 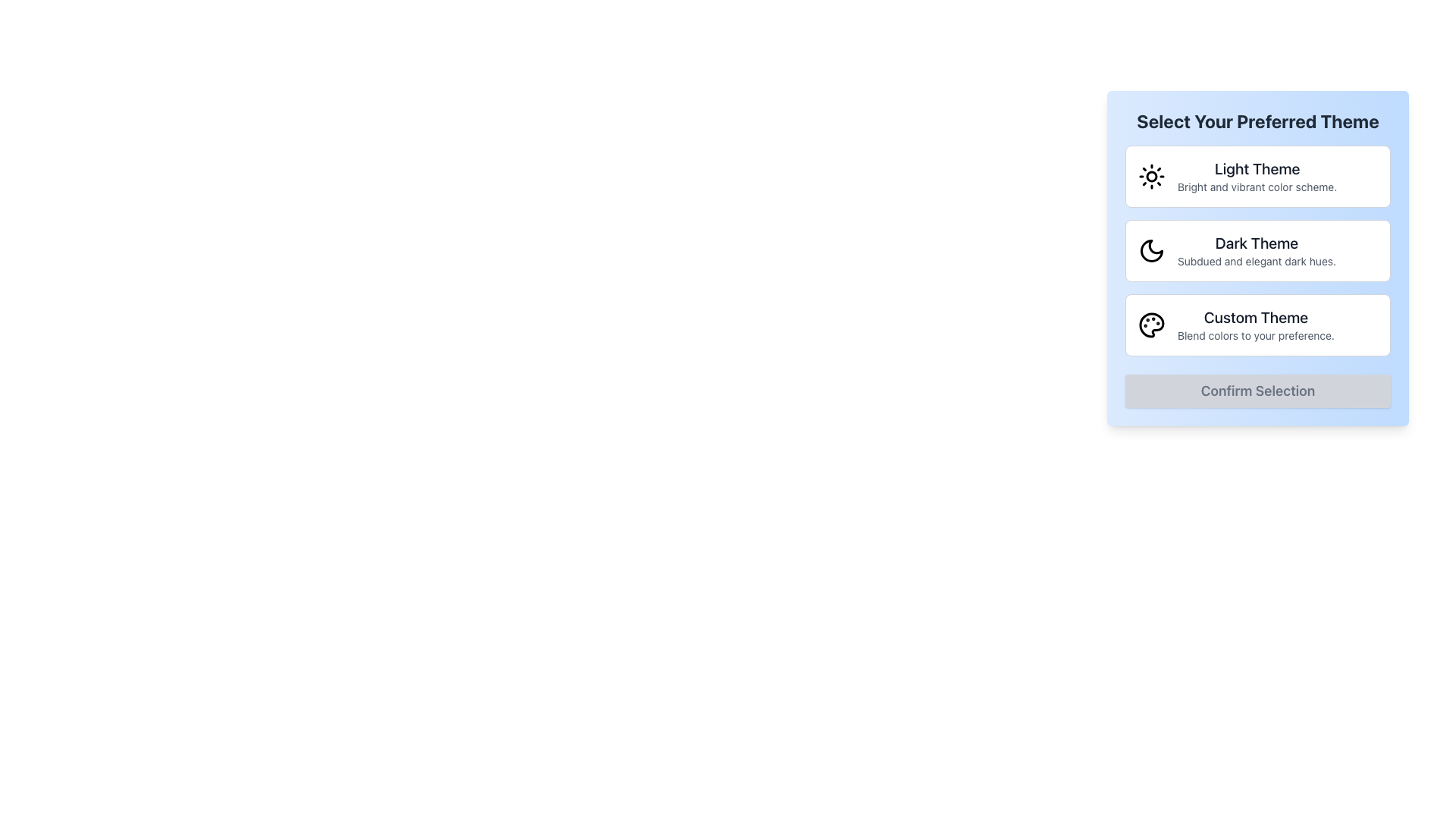 I want to click on label identified as the title for the 'Light Theme' option located at the top of the card in the theme selection interface, so click(x=1257, y=169).